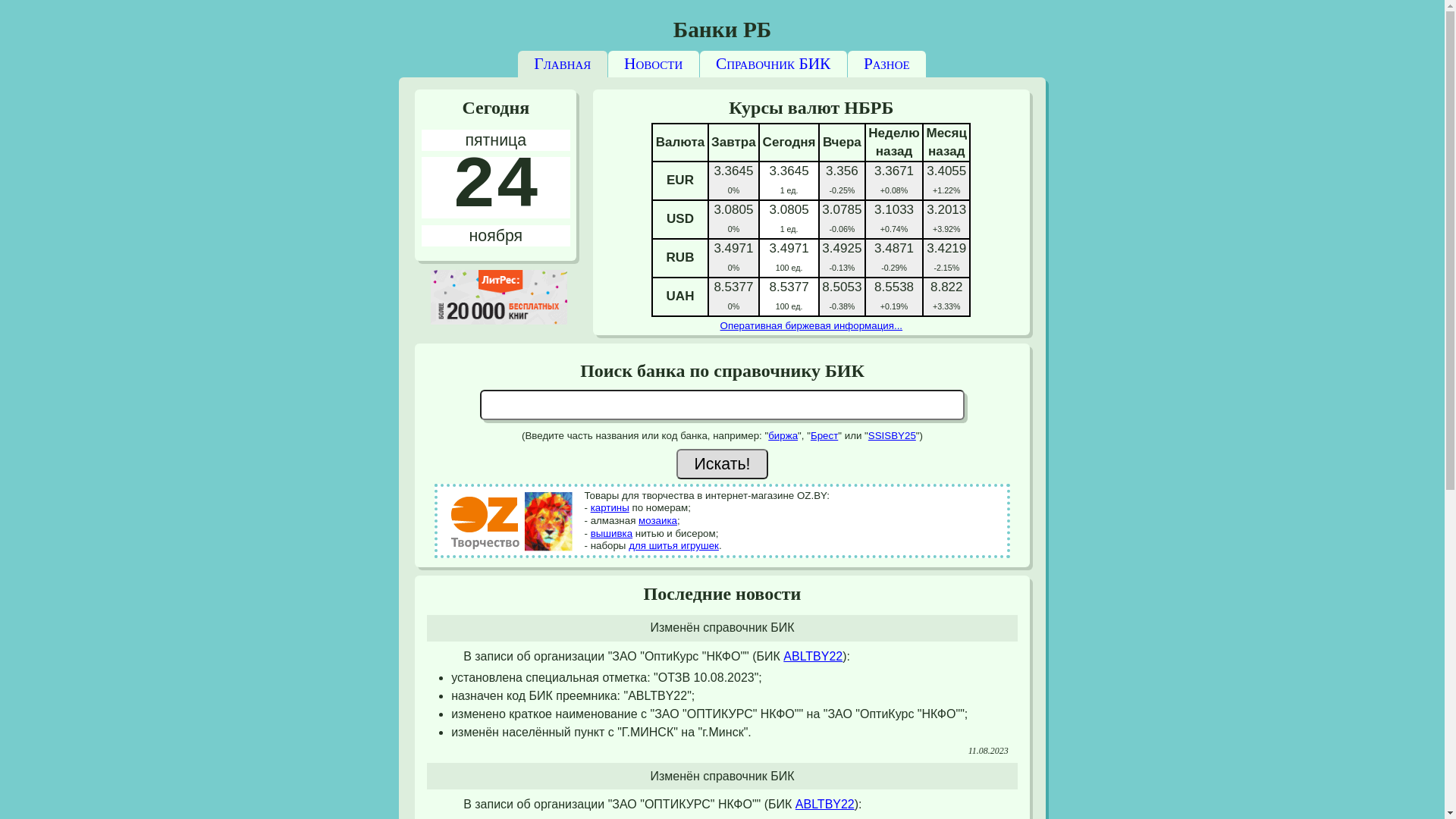 Image resolution: width=1456 pixels, height=819 pixels. I want to click on 'ABLTBY22', so click(783, 655).